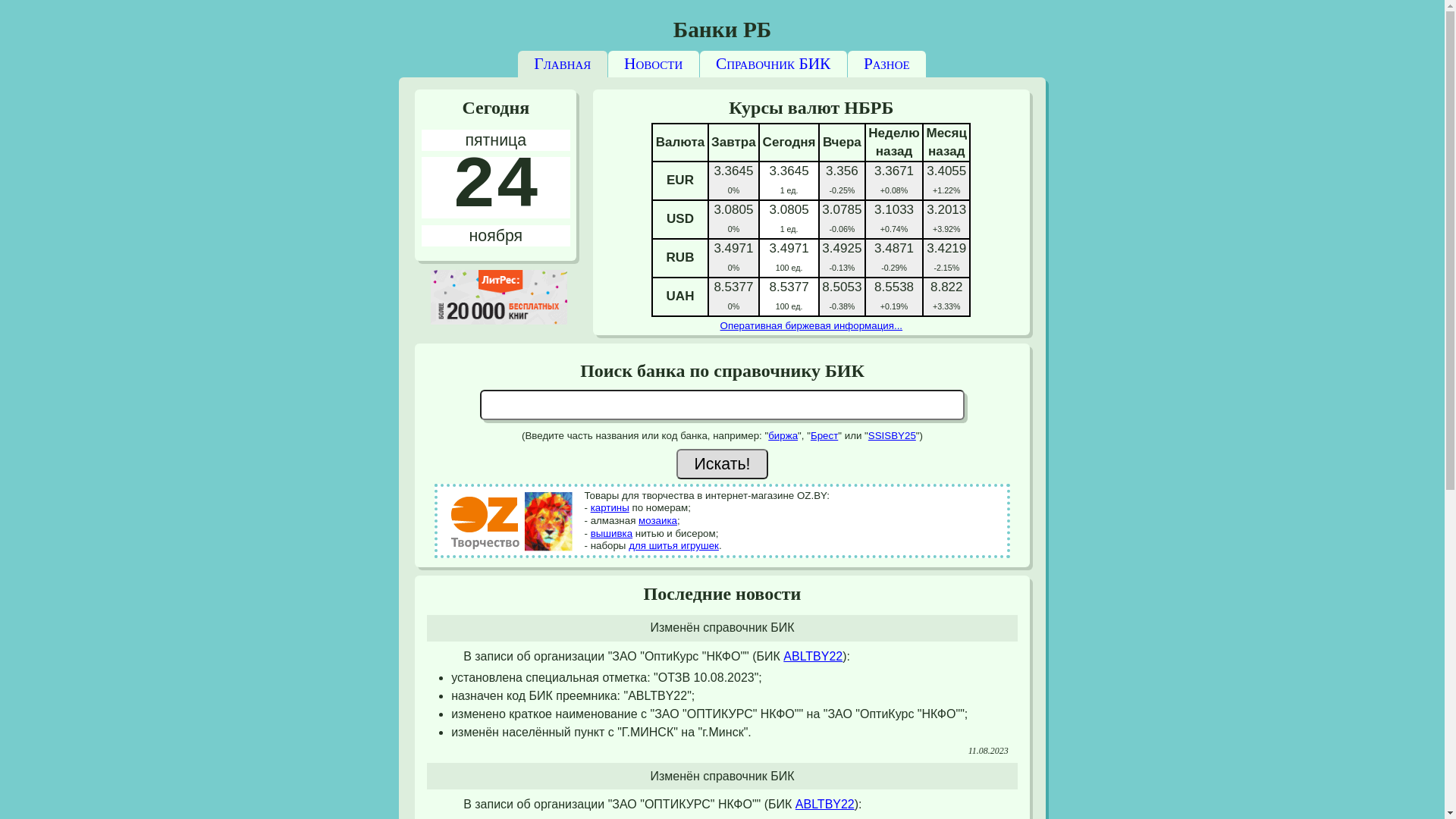 Image resolution: width=1456 pixels, height=819 pixels. I want to click on 'ABLTBY22', so click(783, 655).